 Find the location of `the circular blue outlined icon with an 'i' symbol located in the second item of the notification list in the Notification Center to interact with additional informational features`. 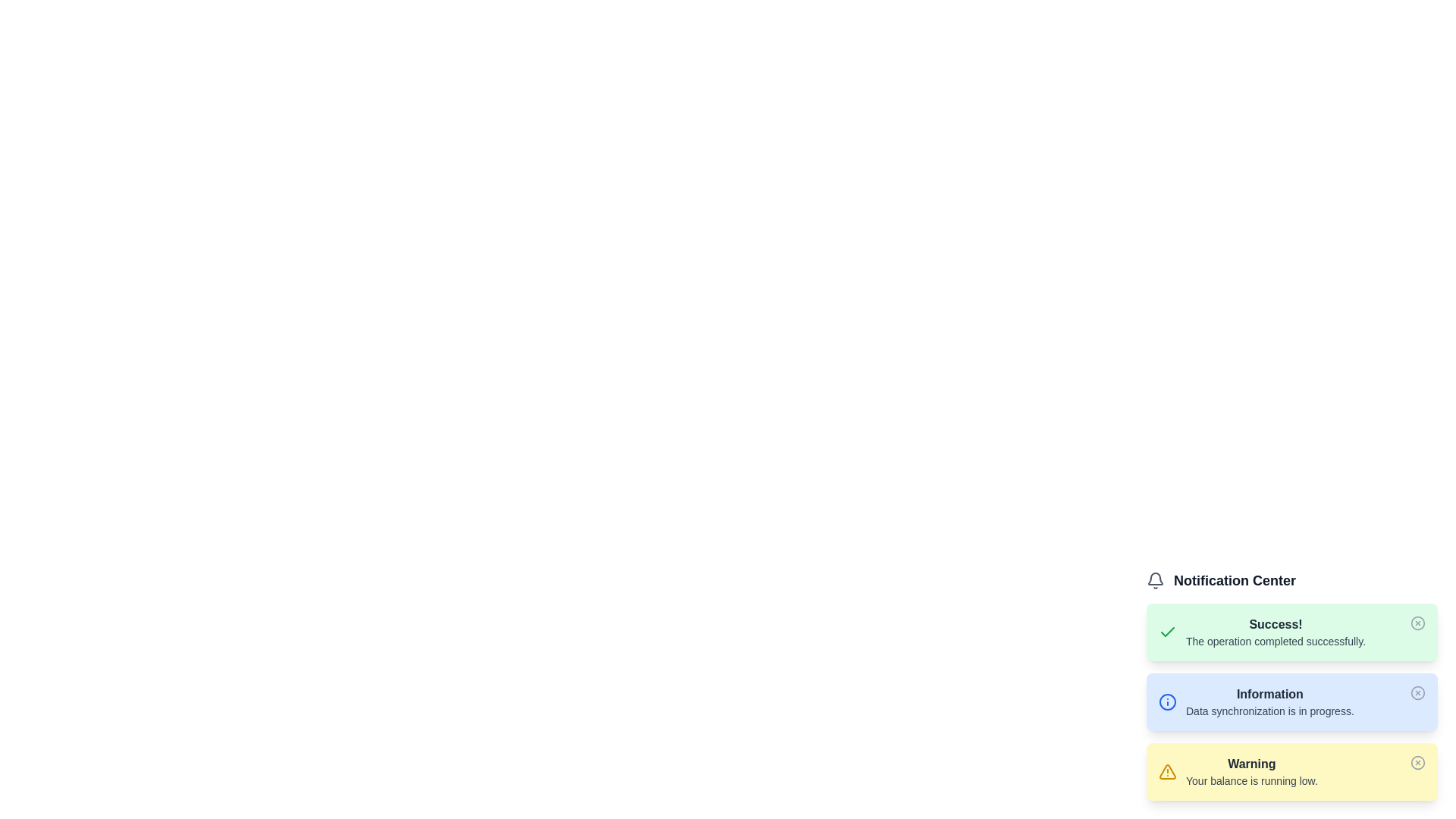

the circular blue outlined icon with an 'i' symbol located in the second item of the notification list in the Notification Center to interact with additional informational features is located at coordinates (1167, 701).